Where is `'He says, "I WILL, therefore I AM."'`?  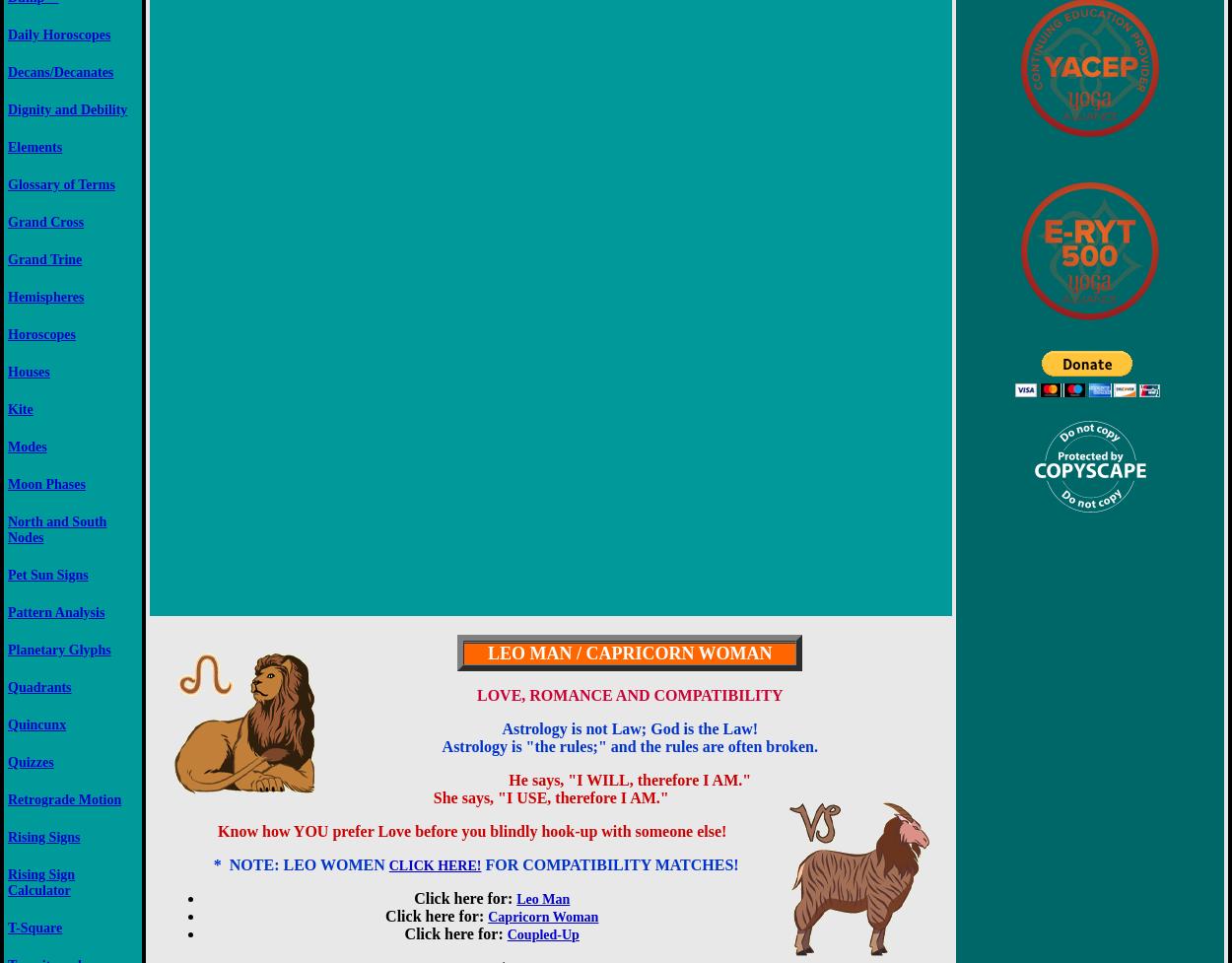 'He says, "I WILL, therefore I AM."' is located at coordinates (630, 780).